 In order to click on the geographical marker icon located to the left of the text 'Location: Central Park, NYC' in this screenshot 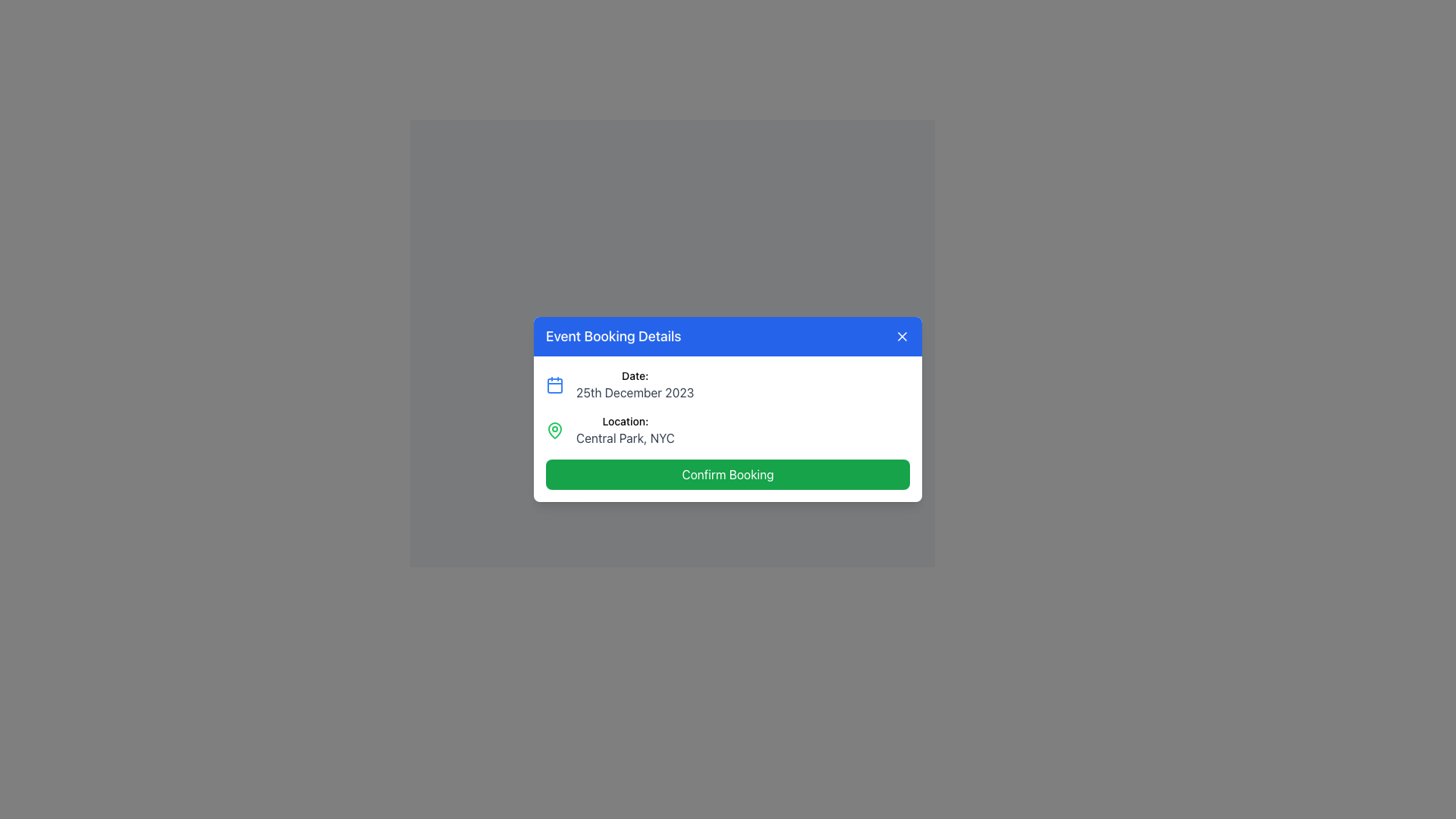, I will do `click(554, 430)`.